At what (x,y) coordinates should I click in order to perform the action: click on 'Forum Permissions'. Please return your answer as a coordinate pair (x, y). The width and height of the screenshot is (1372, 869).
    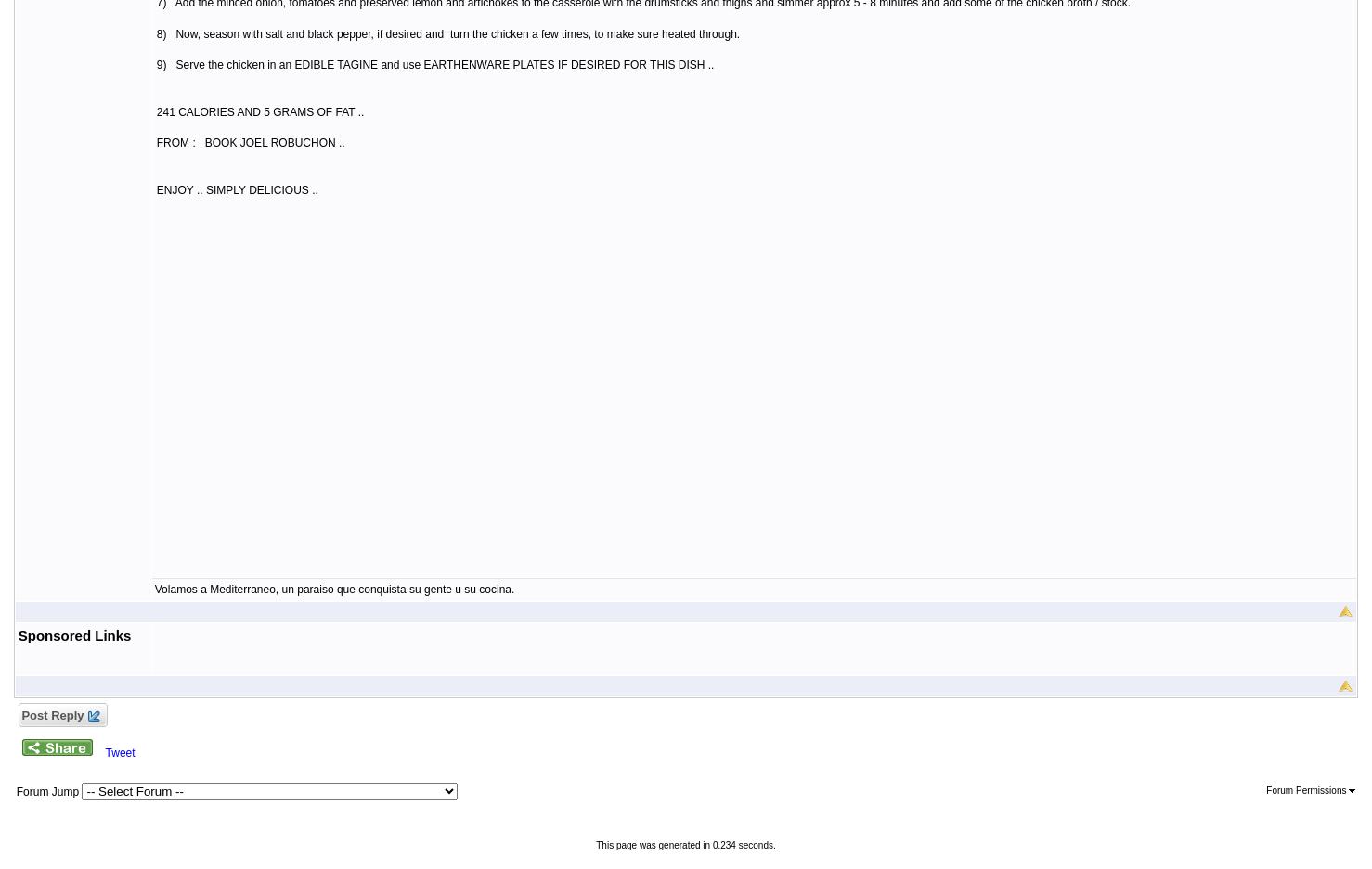
    Looking at the image, I should click on (1306, 790).